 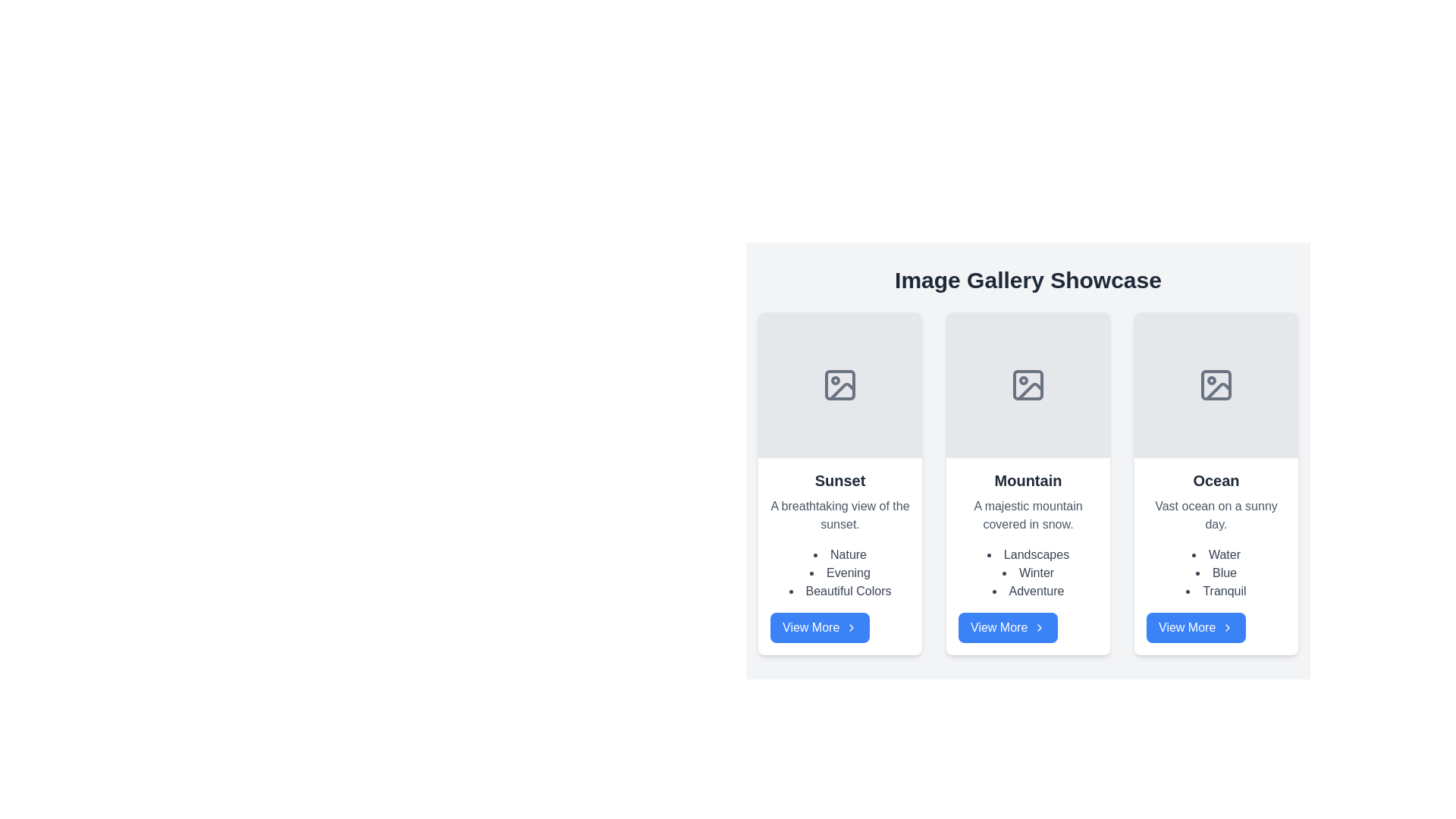 What do you see at coordinates (1028, 384) in the screenshot?
I see `the rectangular shape with rounded corners located inside the picture frame icon in the middle card labeled 'Mountain' in the gallery` at bounding box center [1028, 384].